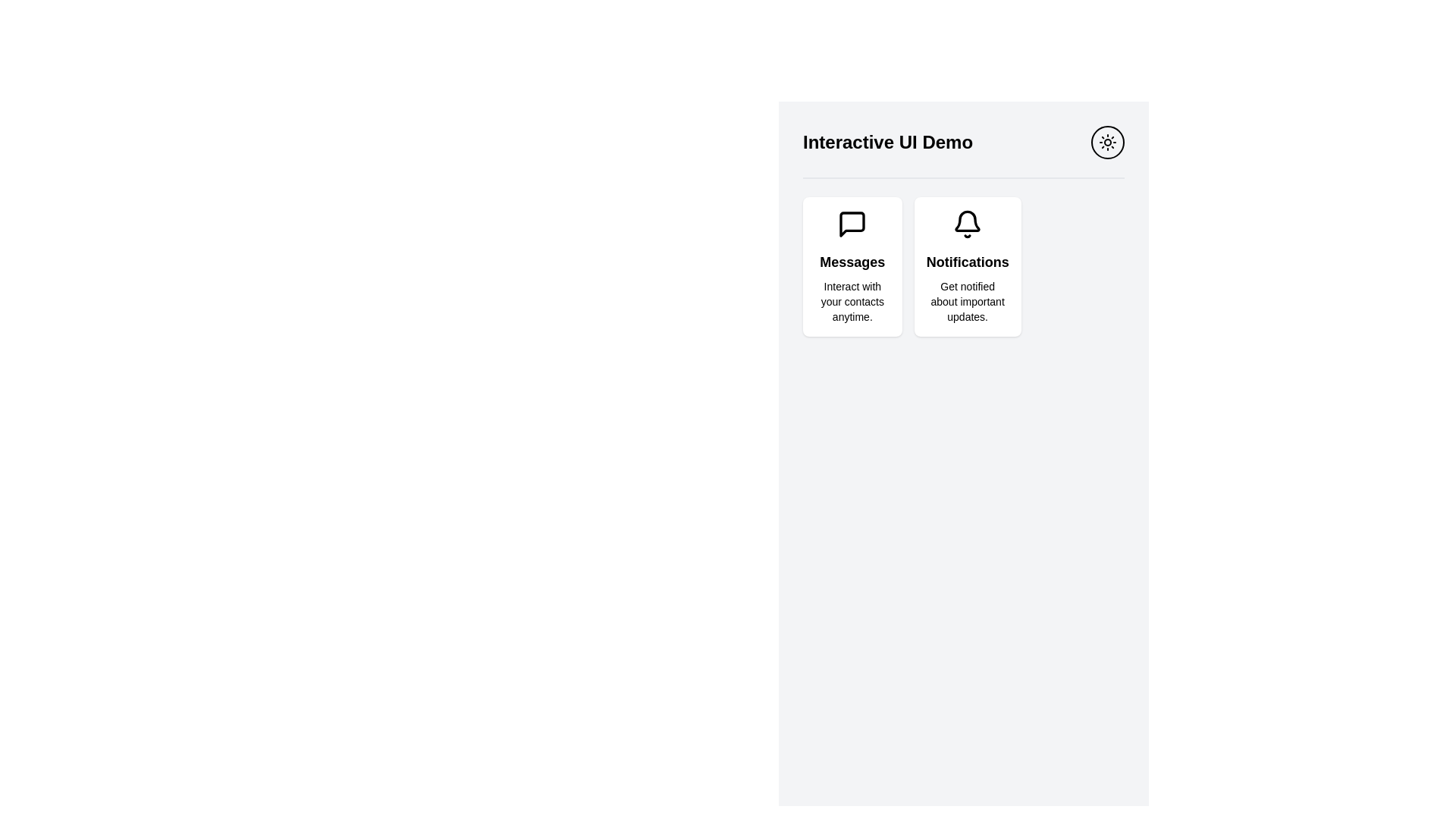  I want to click on the bell icon located at the top center of the 'Notifications' card, which represents notifications or alerts, so click(967, 224).